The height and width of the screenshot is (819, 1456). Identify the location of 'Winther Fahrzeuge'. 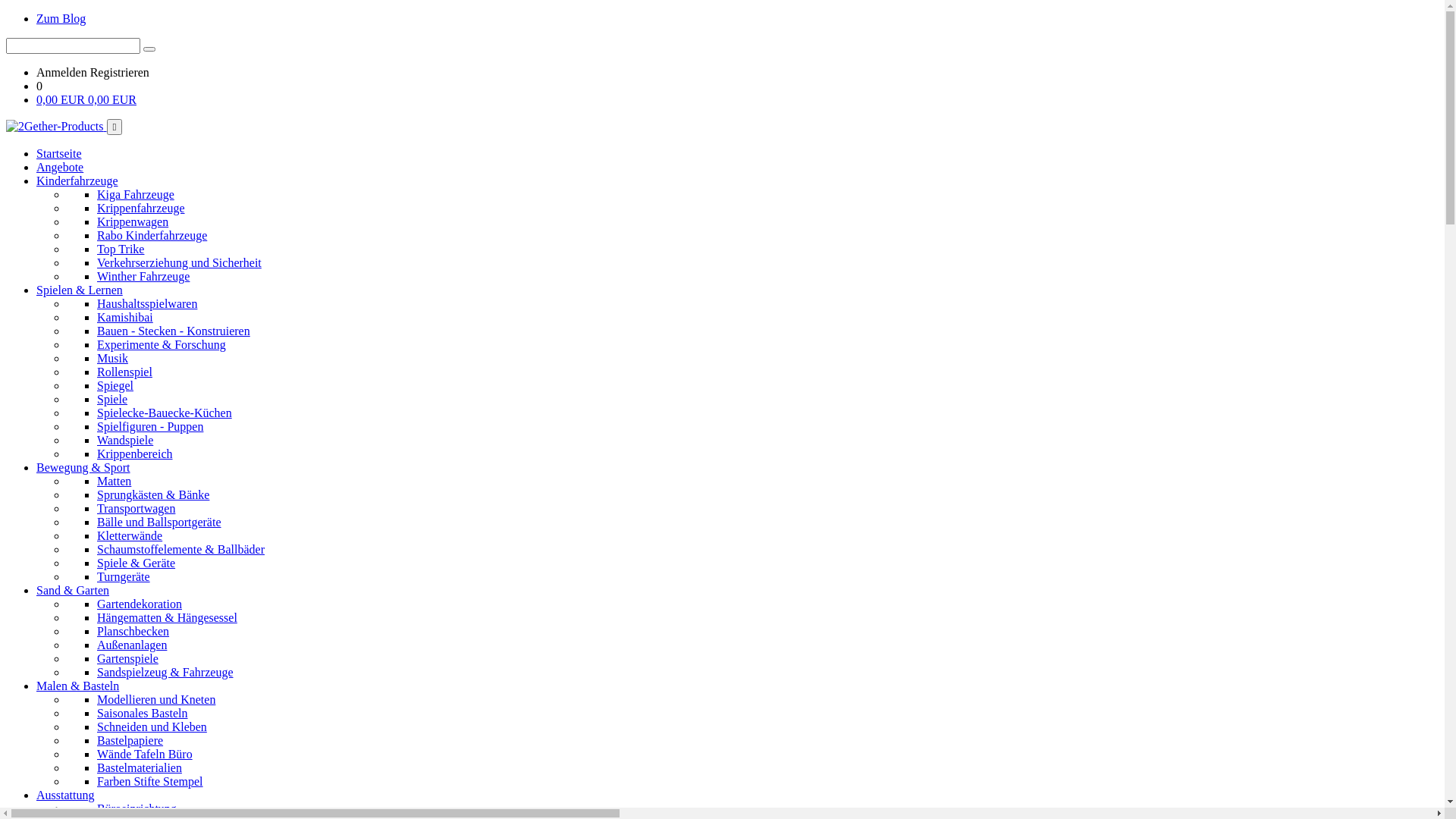
(143, 276).